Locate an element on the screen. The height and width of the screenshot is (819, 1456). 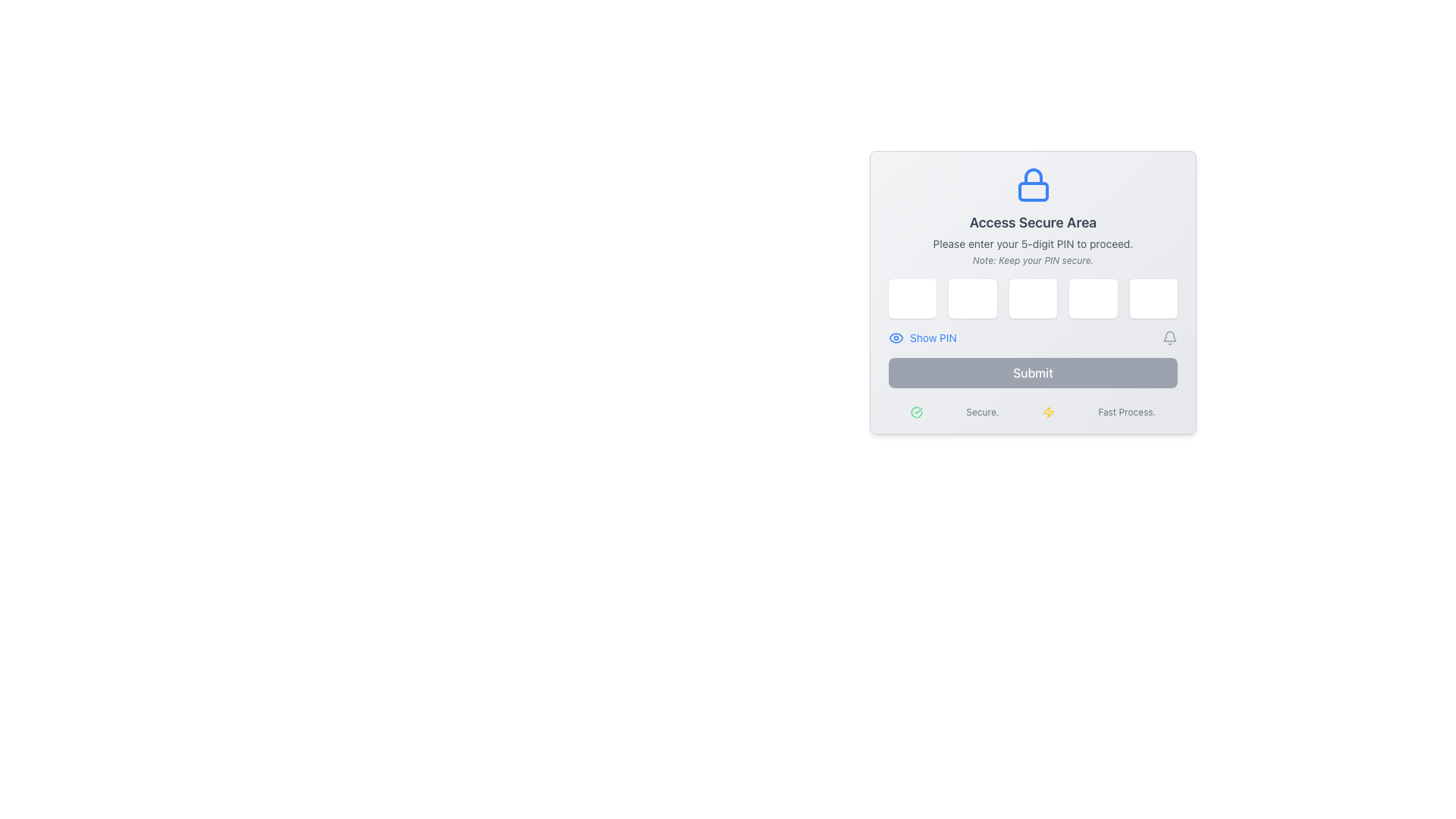
the cautionary reminder static text that advises on keeping the PIN secure, located under the instructions section of 'Access Secure Area' is located at coordinates (1032, 259).